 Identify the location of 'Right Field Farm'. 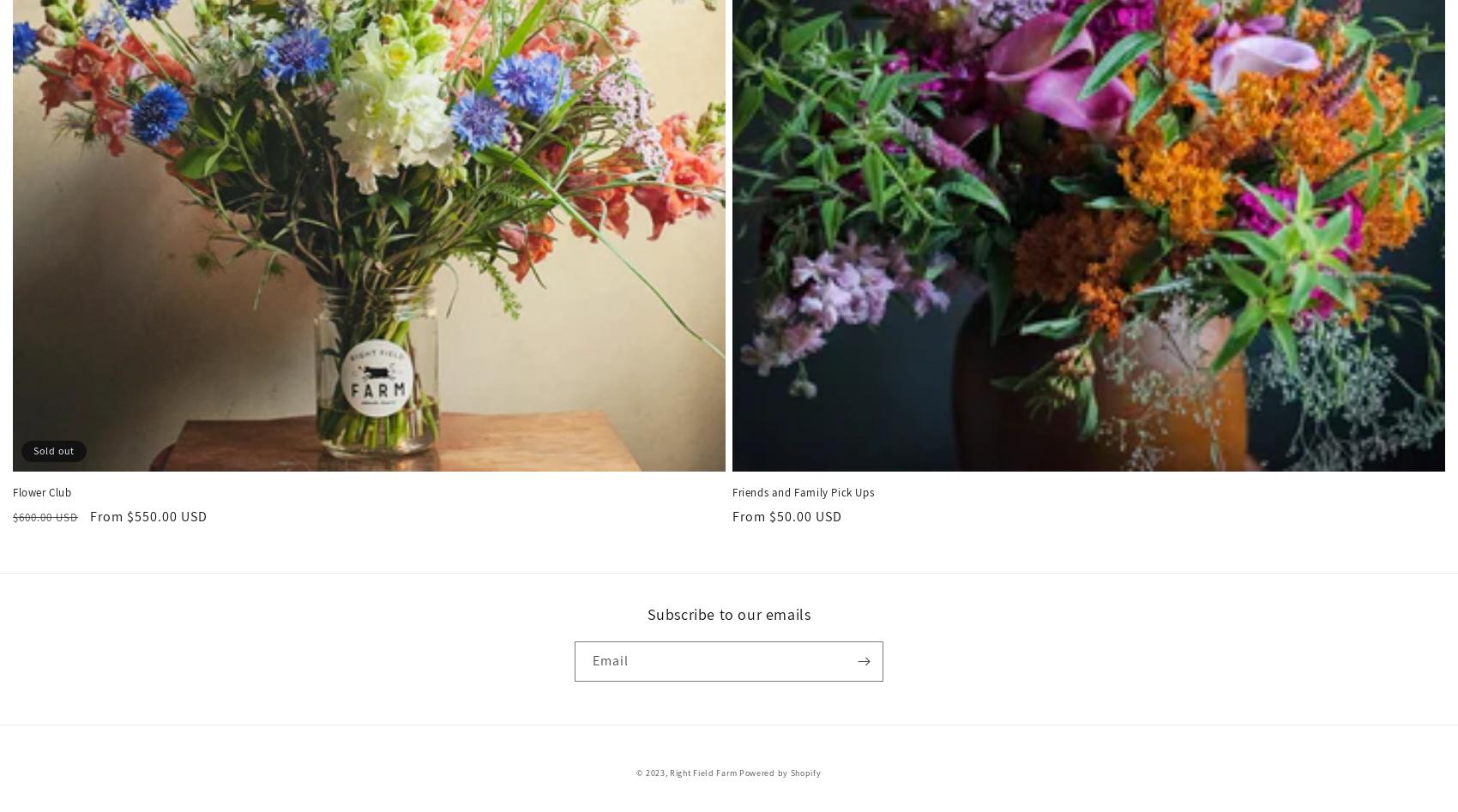
(668, 772).